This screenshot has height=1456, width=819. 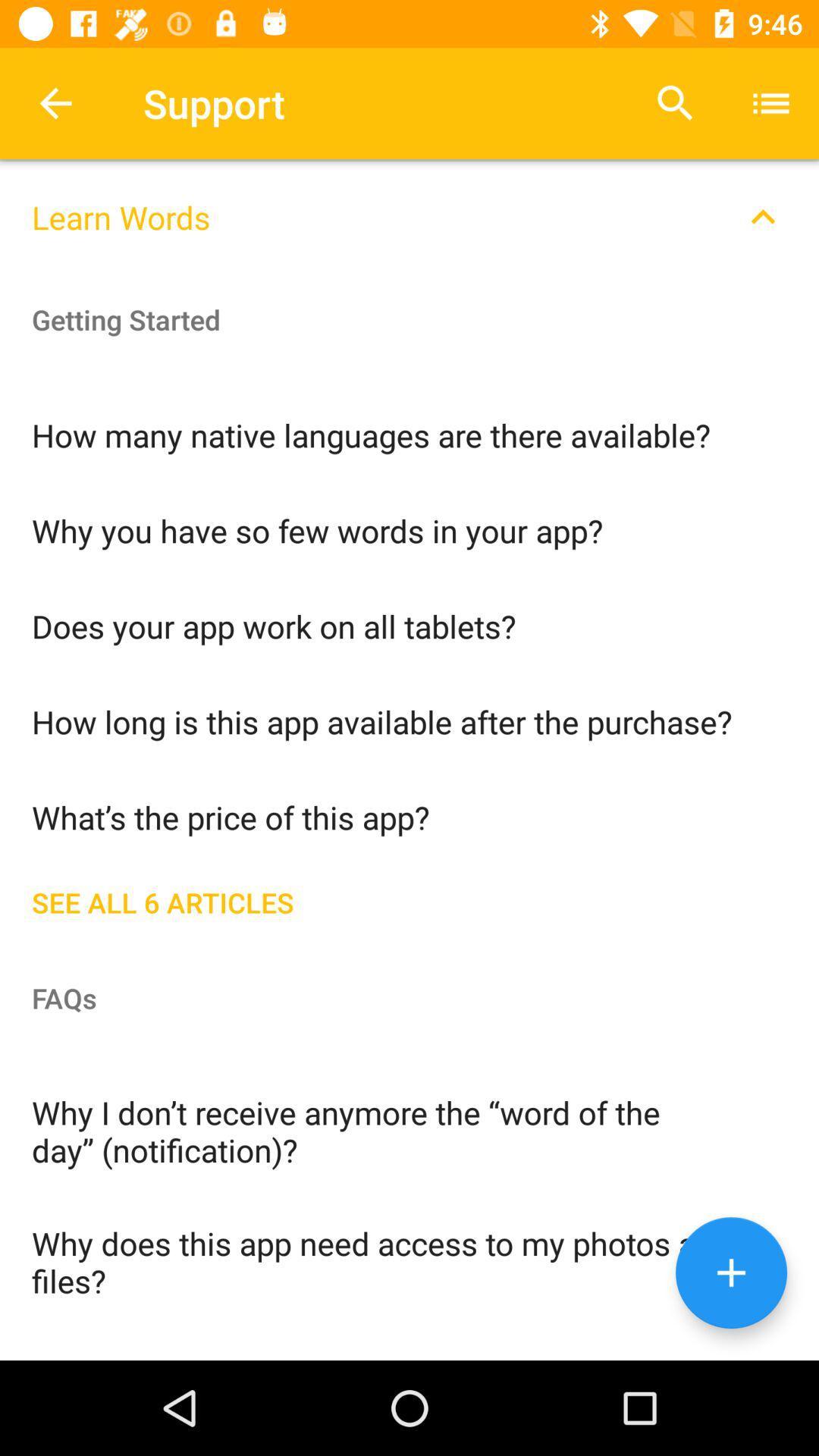 What do you see at coordinates (409, 207) in the screenshot?
I see `item above the getting started item` at bounding box center [409, 207].